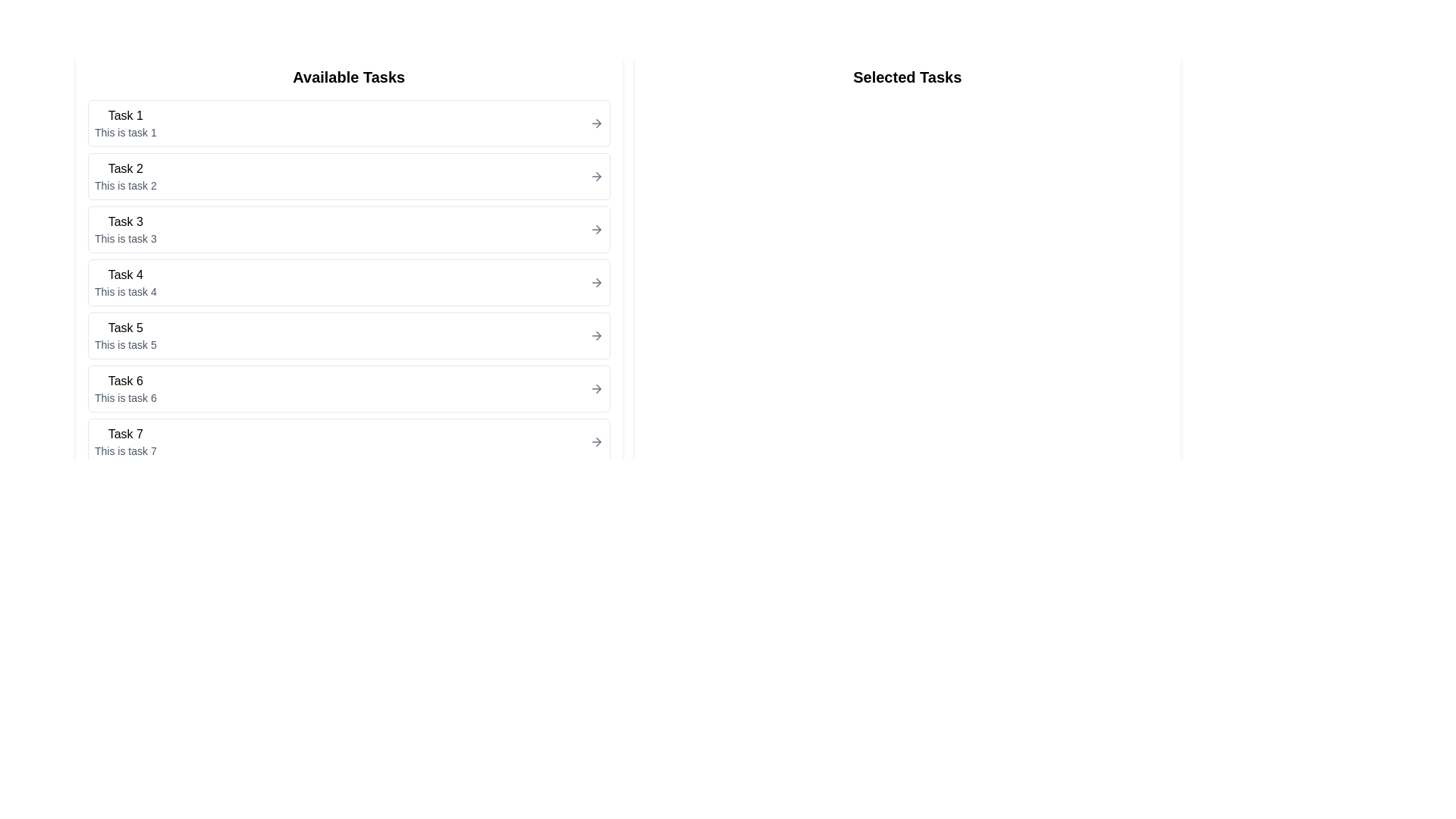  Describe the element at coordinates (125, 185) in the screenshot. I see `the text element displaying 'This is task 2', which is located below the 'Task 2' label in the 'Available Tasks' section` at that location.